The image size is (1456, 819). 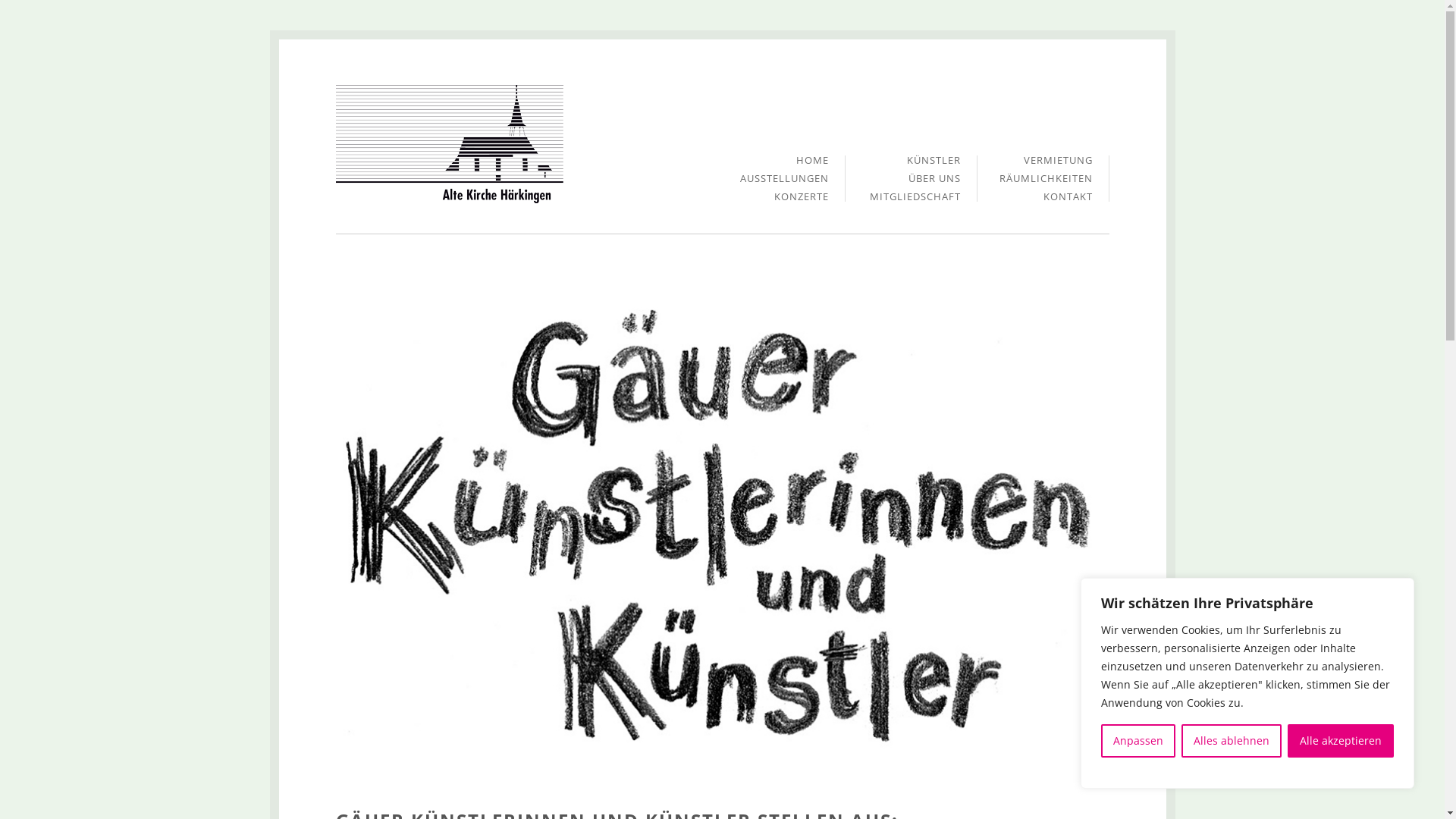 What do you see at coordinates (811, 164) in the screenshot?
I see `'HOME'` at bounding box center [811, 164].